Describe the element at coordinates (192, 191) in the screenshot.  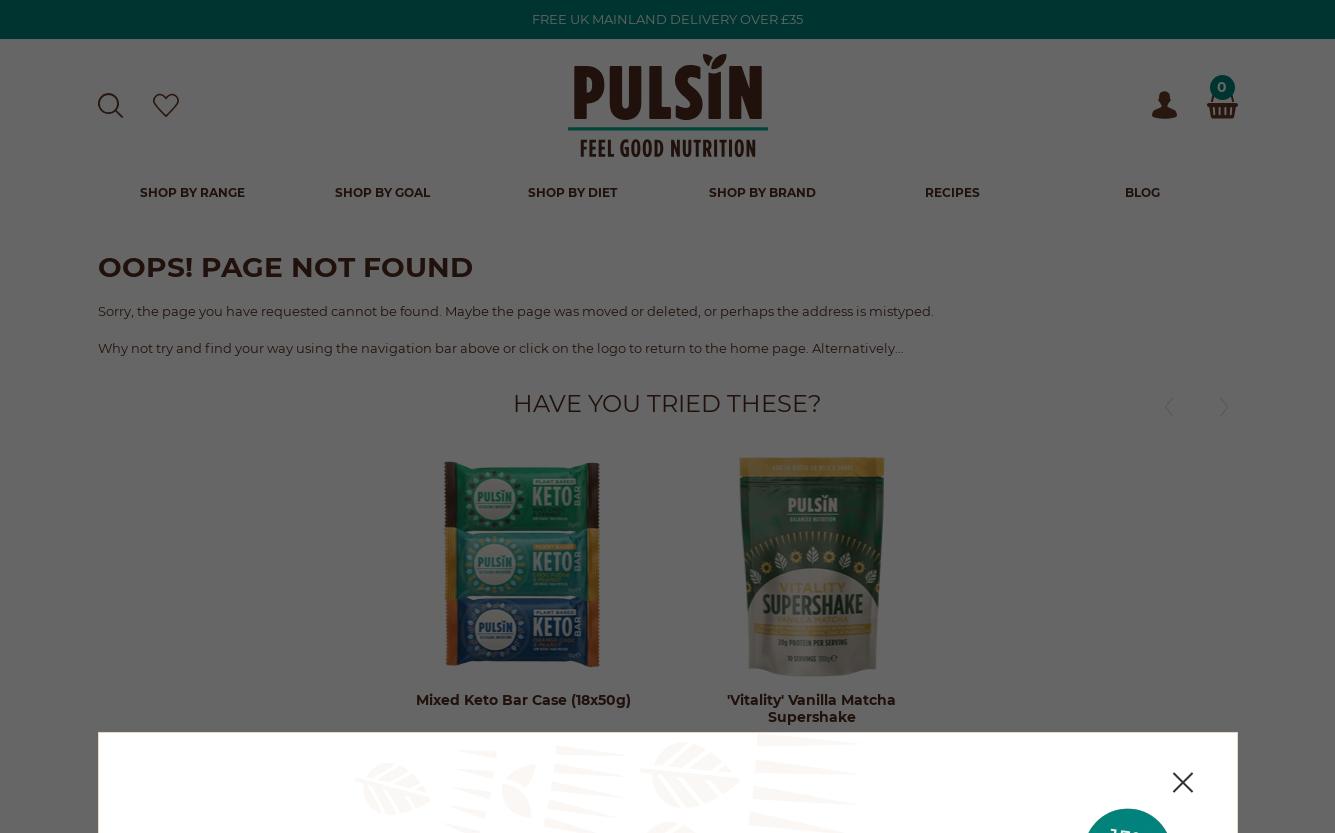
I see `'Shop by Range'` at that location.